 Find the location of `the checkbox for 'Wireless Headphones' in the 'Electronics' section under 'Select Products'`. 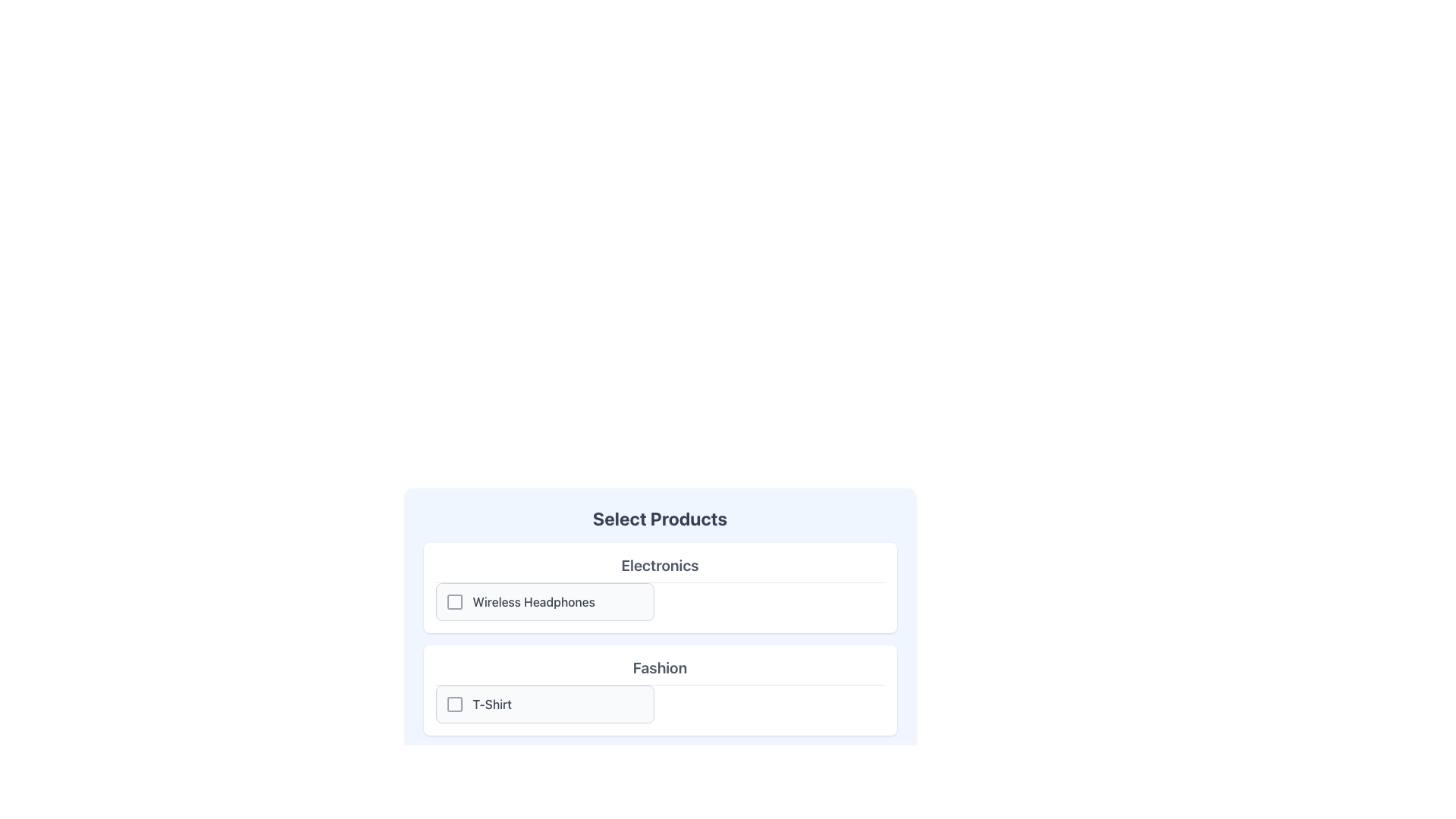

the checkbox for 'Wireless Headphones' in the 'Electronics' section under 'Select Products' is located at coordinates (660, 607).